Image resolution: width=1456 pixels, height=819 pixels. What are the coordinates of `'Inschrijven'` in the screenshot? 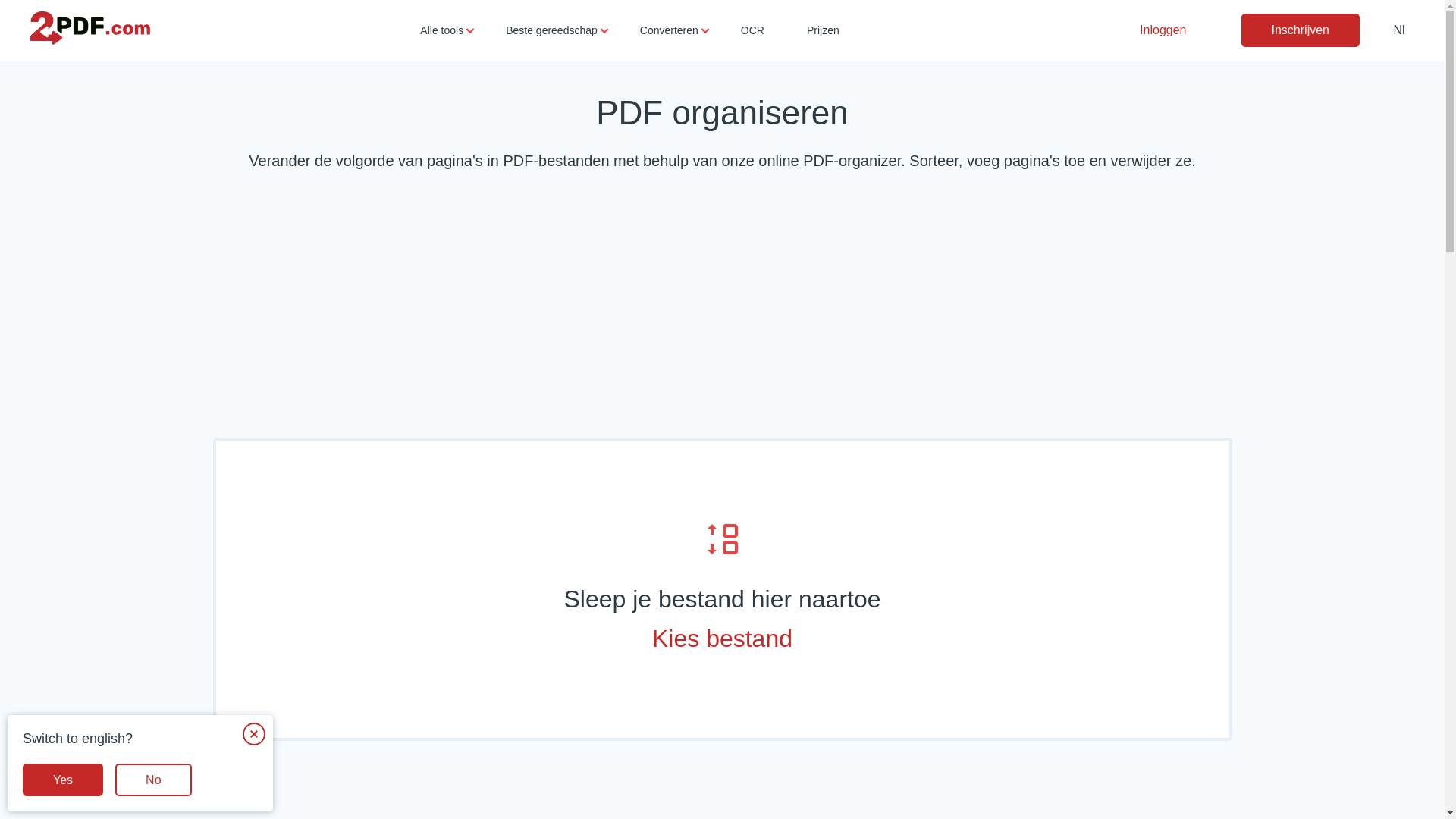 It's located at (1298, 30).